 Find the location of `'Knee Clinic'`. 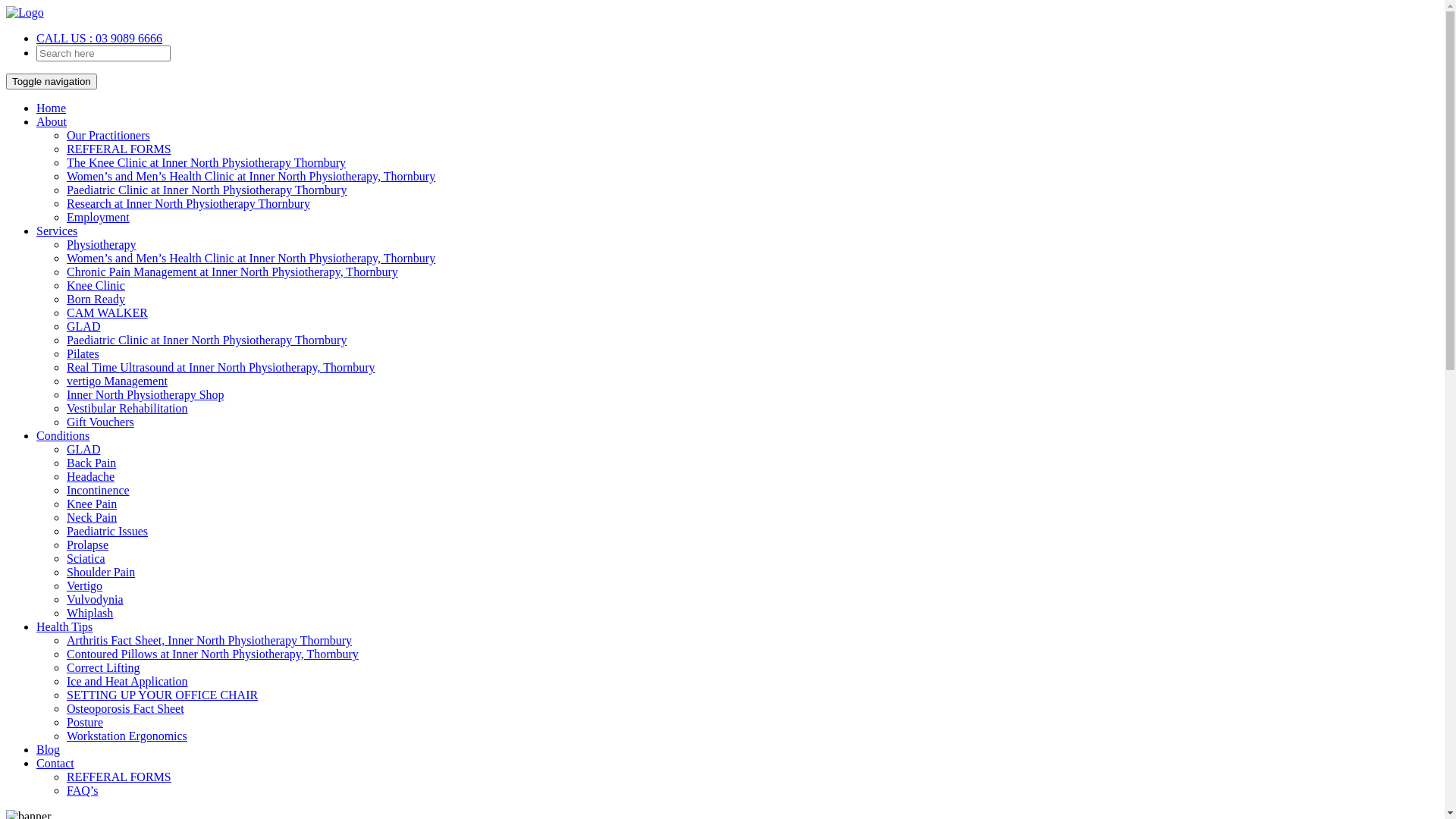

'Knee Clinic' is located at coordinates (95, 285).